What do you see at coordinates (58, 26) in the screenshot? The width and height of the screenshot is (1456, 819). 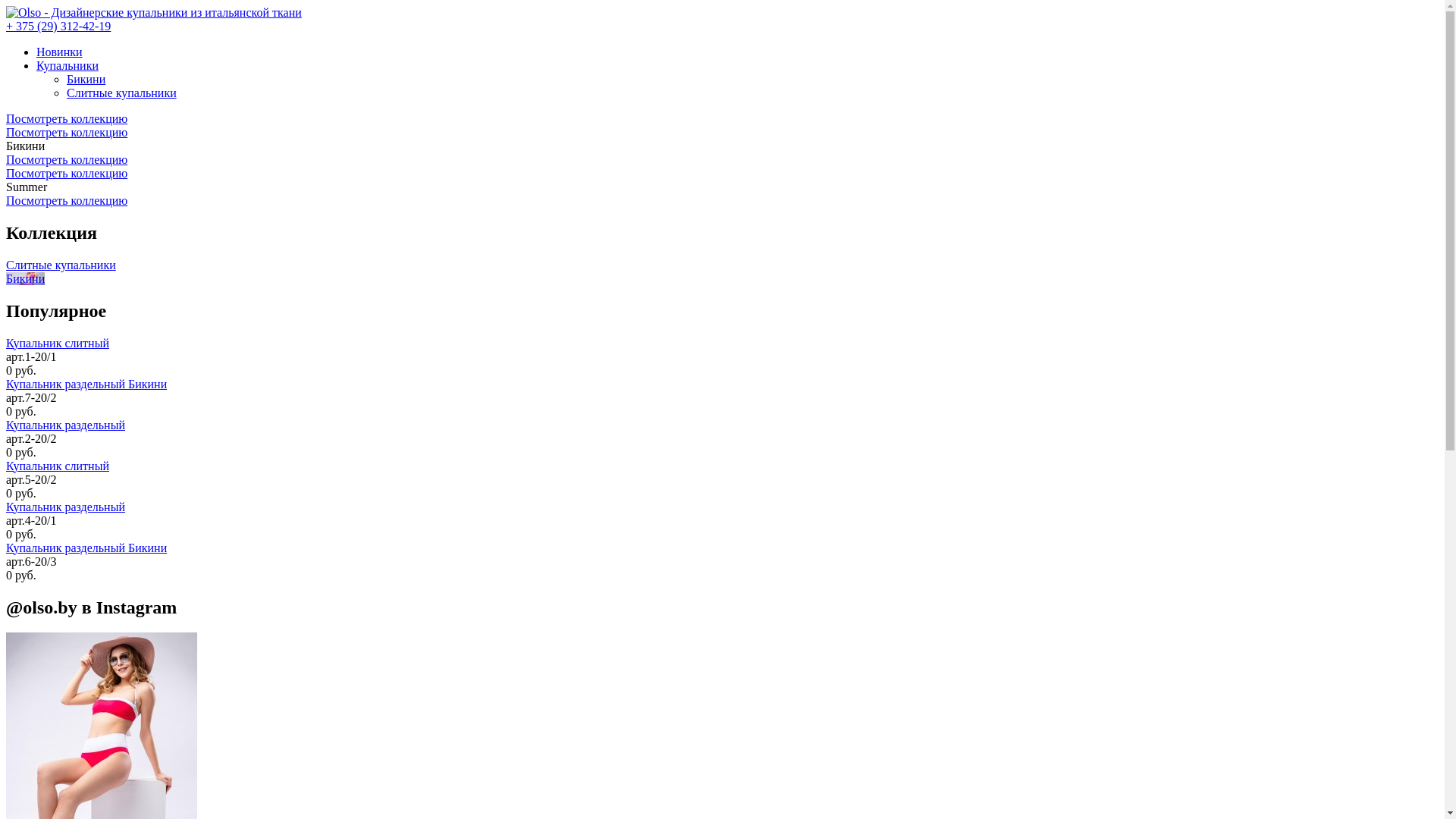 I see `'+ 375 (29) 312-42-19'` at bounding box center [58, 26].